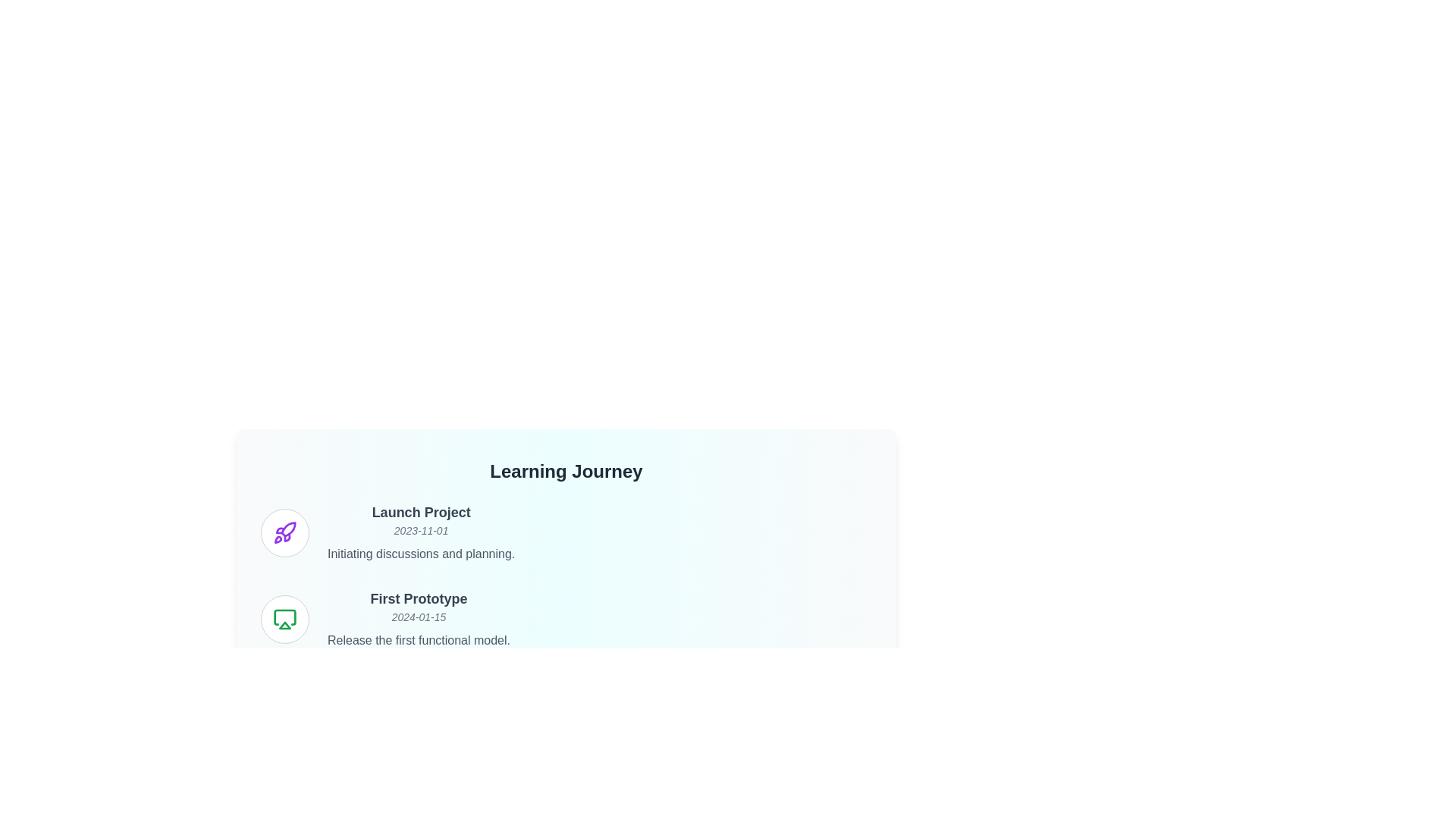  I want to click on the circular icon featuring a purple rocket symbol, which is outlined with a gray border and located to the left of the text 'Launch Project 2023-11-01 Initiating discussions and planning.', so click(284, 532).